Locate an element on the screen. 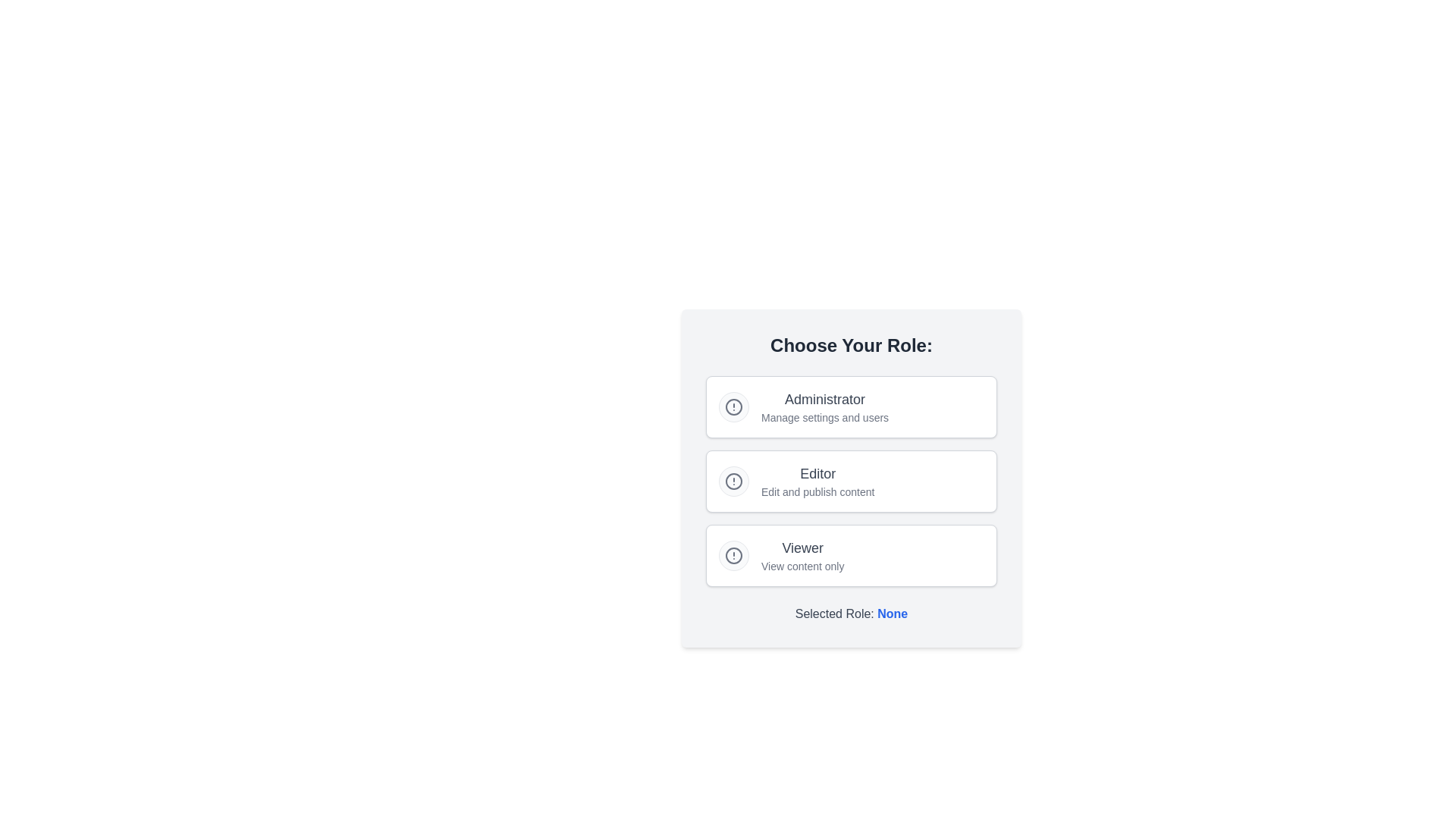 This screenshot has height=819, width=1456. the circular icon with a light gray background and a centered gray exclamation mark symbol, located to the left of the text 'Editor' in the 'Editor' role selection card is located at coordinates (734, 482).